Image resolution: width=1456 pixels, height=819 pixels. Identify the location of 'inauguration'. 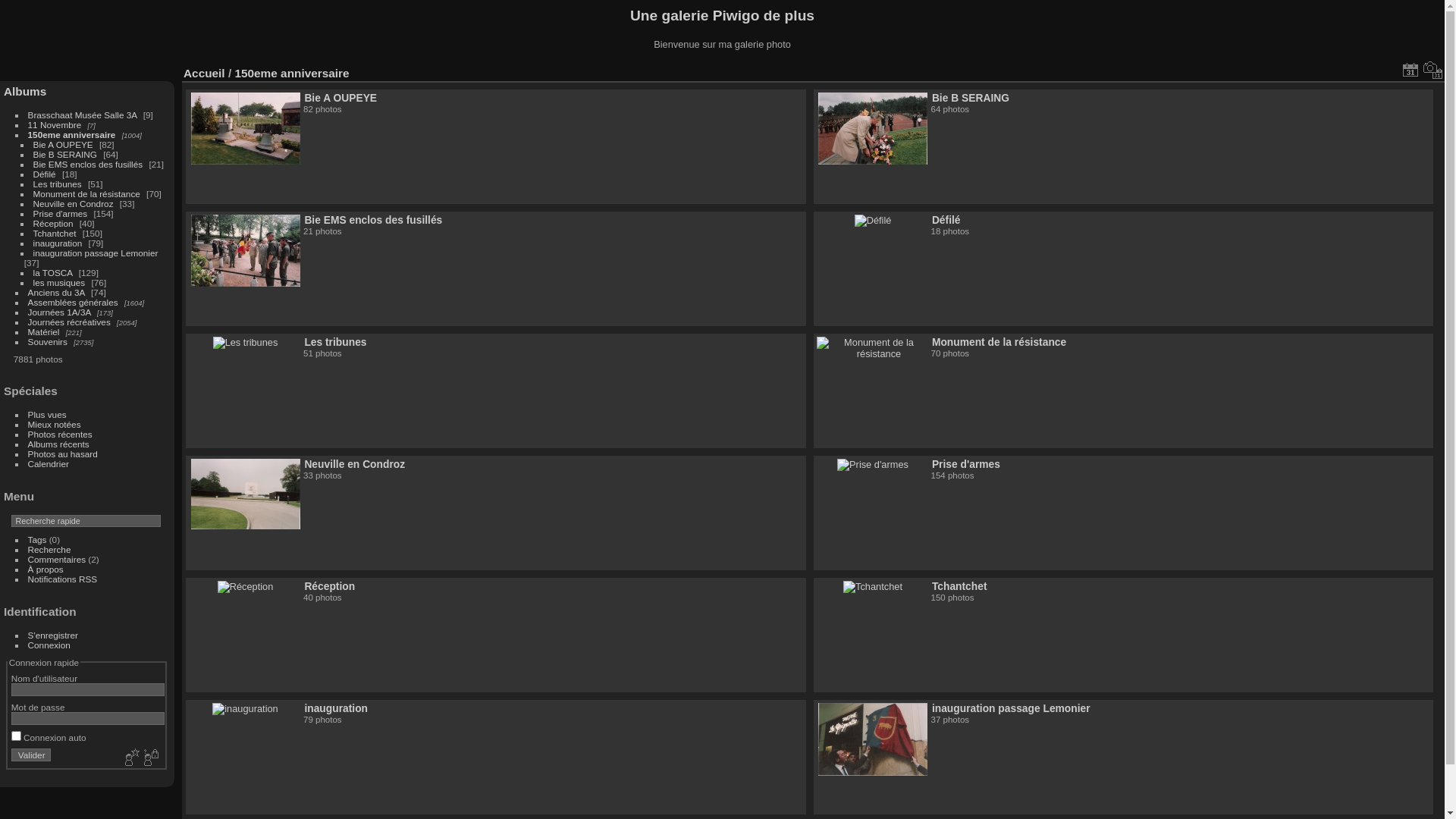
(334, 708).